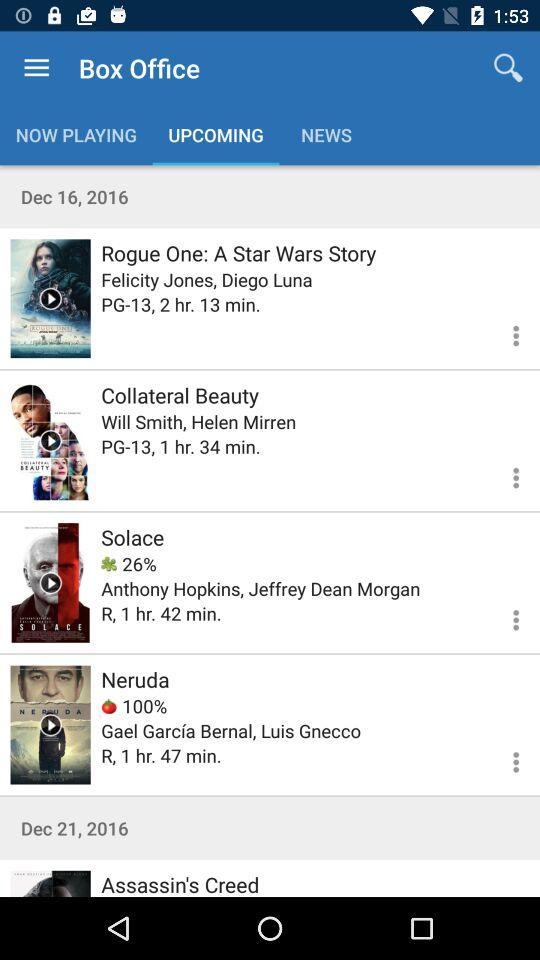 The image size is (540, 960). Describe the element at coordinates (238, 252) in the screenshot. I see `the icon above the felicity jones diego icon` at that location.